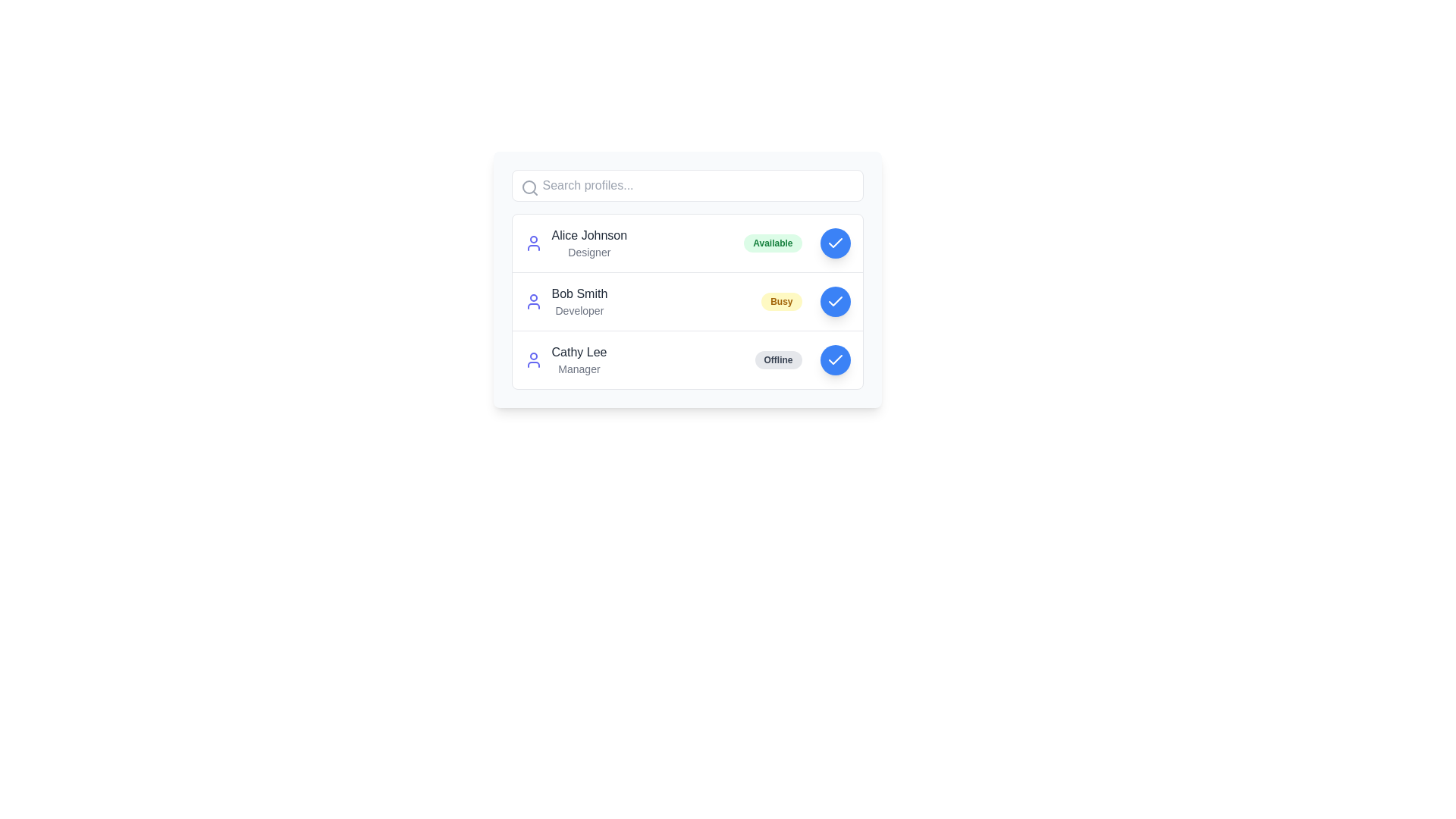 The height and width of the screenshot is (819, 1456). I want to click on the visual cues of the small oval-shaped label with a yellow background and bold orange text that displays 'Busy', located within the user card labeled 'Bob Smith - Developer', so click(781, 301).